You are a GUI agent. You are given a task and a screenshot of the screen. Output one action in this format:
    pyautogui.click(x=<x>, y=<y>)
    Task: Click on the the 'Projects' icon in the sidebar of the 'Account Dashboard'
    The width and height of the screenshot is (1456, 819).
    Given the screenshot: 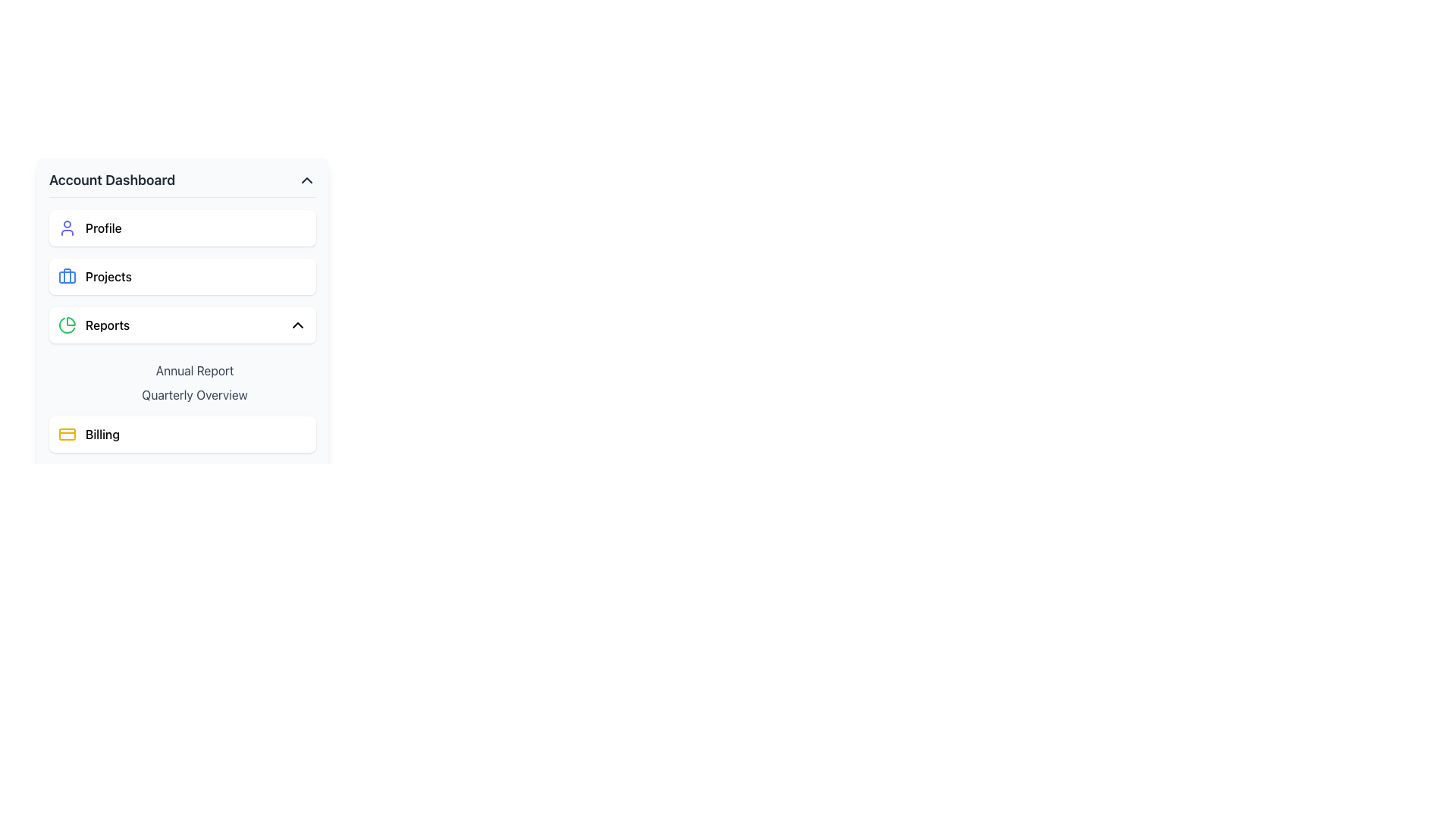 What is the action you would take?
    pyautogui.click(x=67, y=277)
    